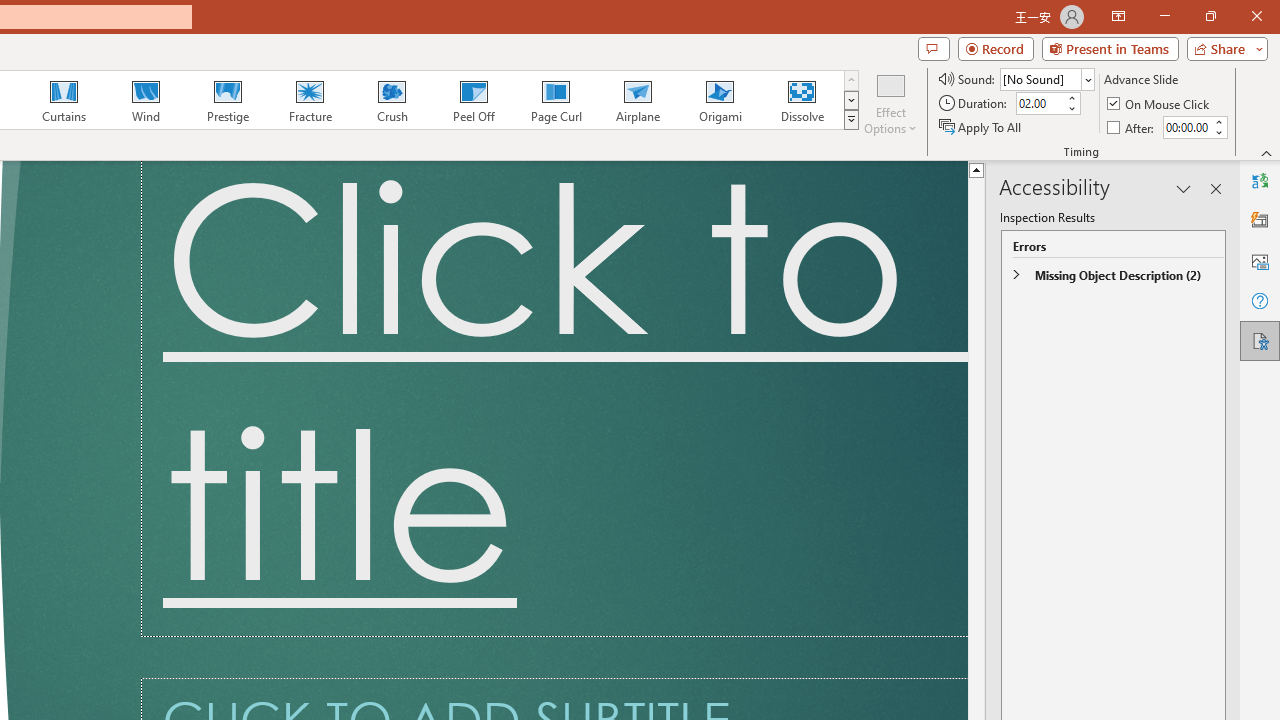 The image size is (1280, 720). What do you see at coordinates (981, 127) in the screenshot?
I see `'Apply To All'` at bounding box center [981, 127].